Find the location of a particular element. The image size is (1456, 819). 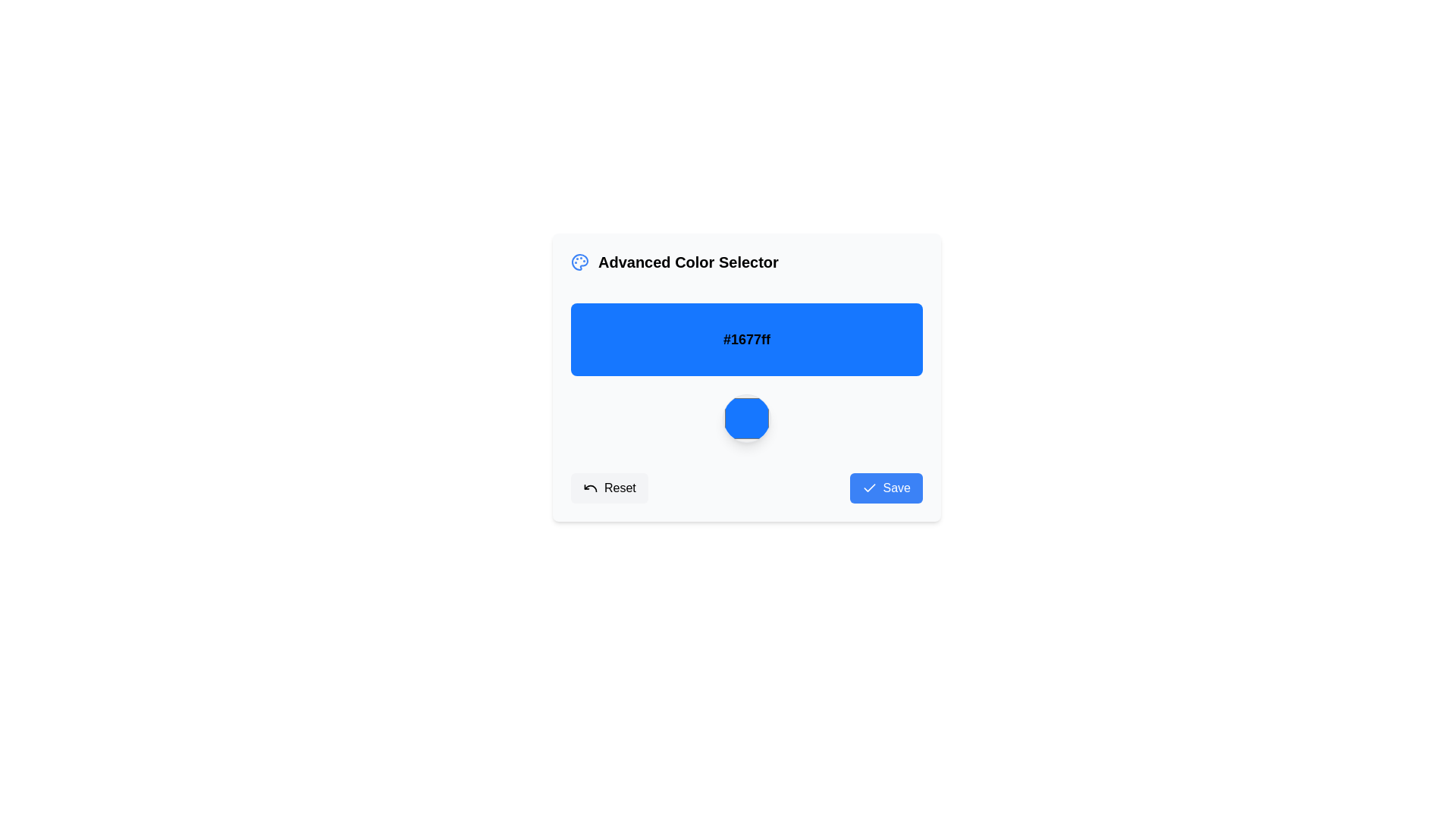

the main circular body of the palette icon, which is outlined in blue and white, located to the left of the 'Advanced Color Selector' text is located at coordinates (579, 262).